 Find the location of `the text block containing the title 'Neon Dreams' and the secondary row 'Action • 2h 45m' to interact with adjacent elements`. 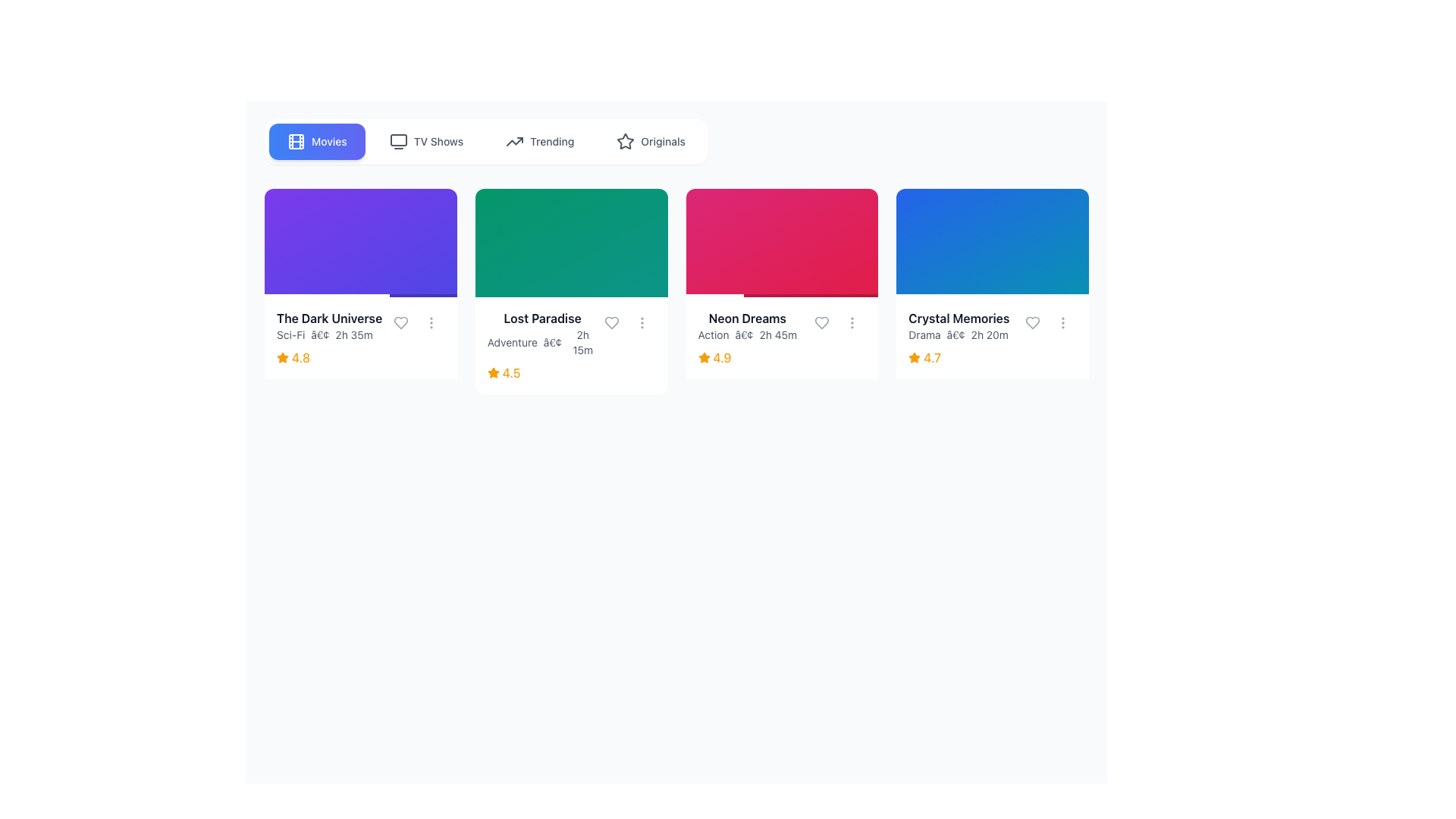

the text block containing the title 'Neon Dreams' and the secondary row 'Action • 2h 45m' to interact with adjacent elements is located at coordinates (782, 325).